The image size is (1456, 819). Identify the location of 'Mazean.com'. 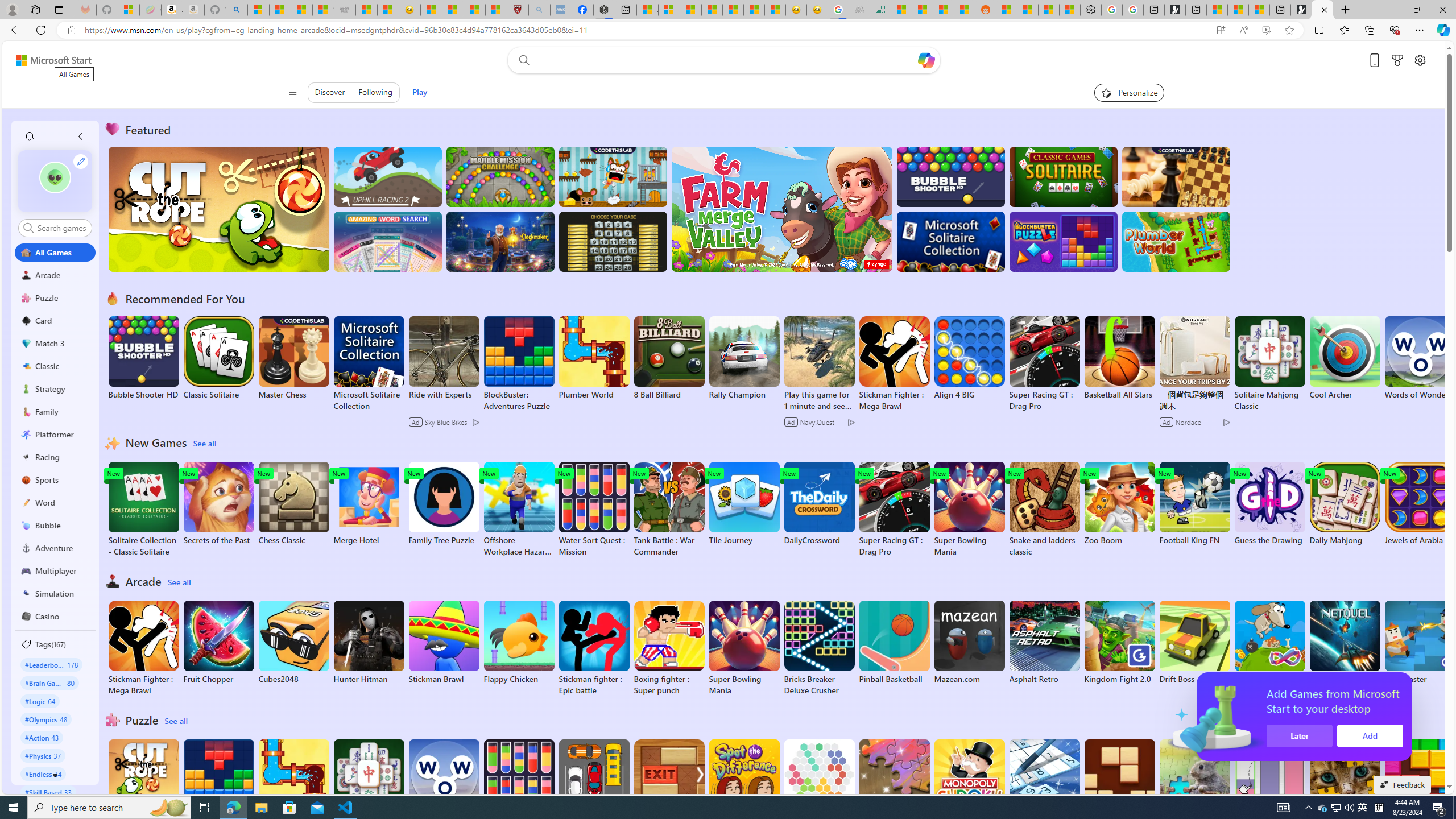
(969, 642).